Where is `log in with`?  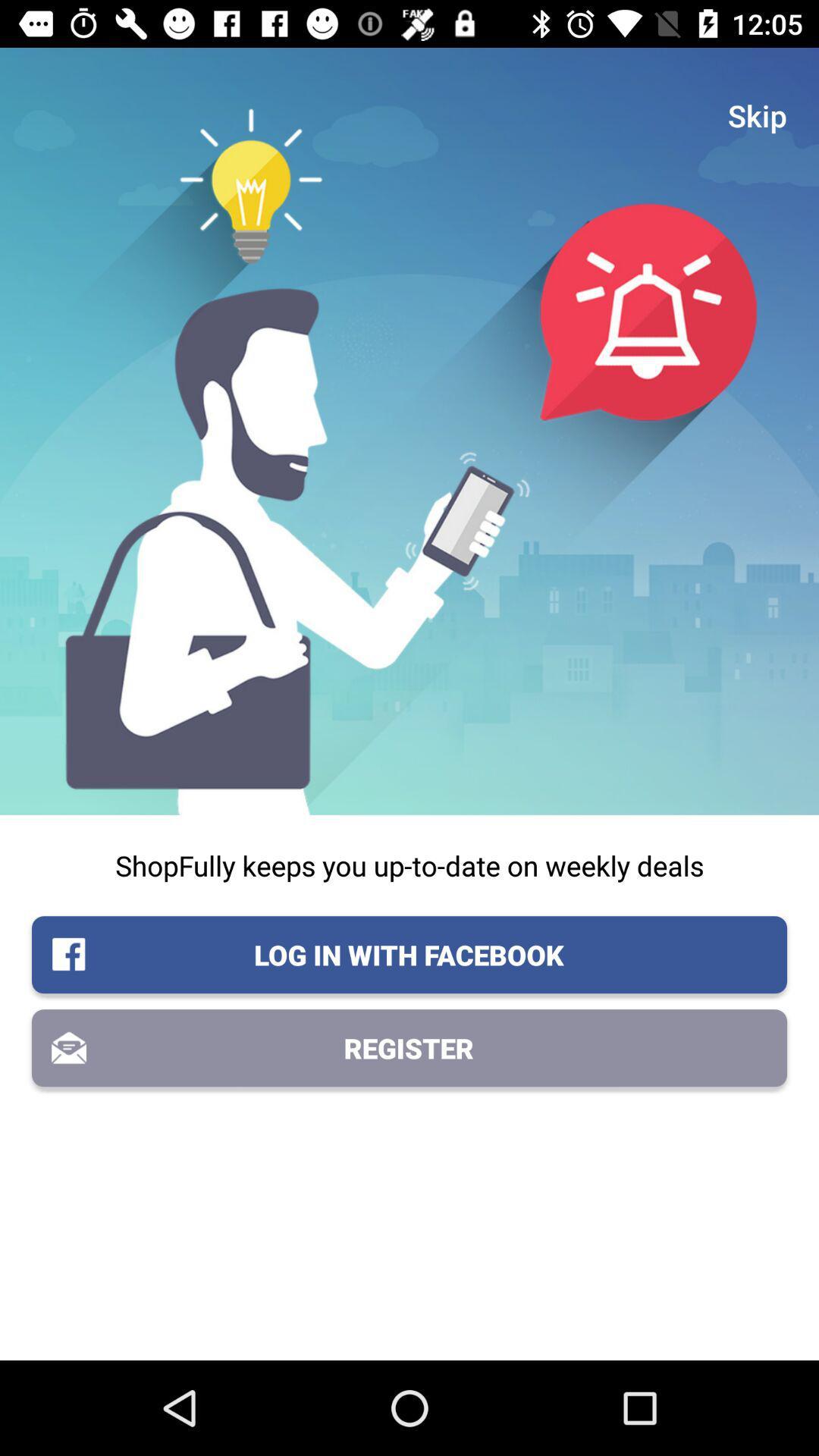 log in with is located at coordinates (409, 954).